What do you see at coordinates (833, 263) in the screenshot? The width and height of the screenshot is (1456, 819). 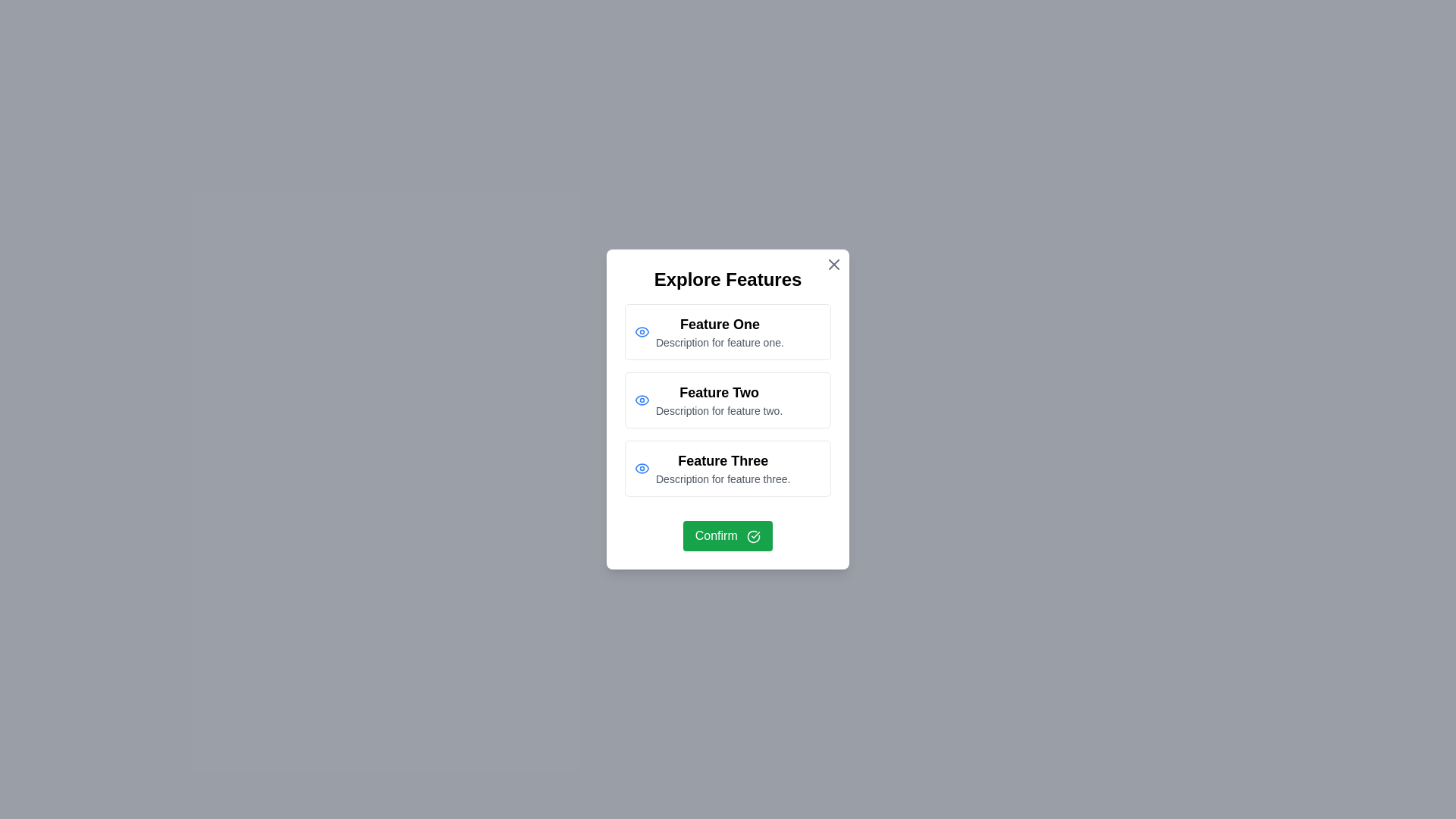 I see `the close button at the top-right corner of the dialog to dismiss it` at bounding box center [833, 263].